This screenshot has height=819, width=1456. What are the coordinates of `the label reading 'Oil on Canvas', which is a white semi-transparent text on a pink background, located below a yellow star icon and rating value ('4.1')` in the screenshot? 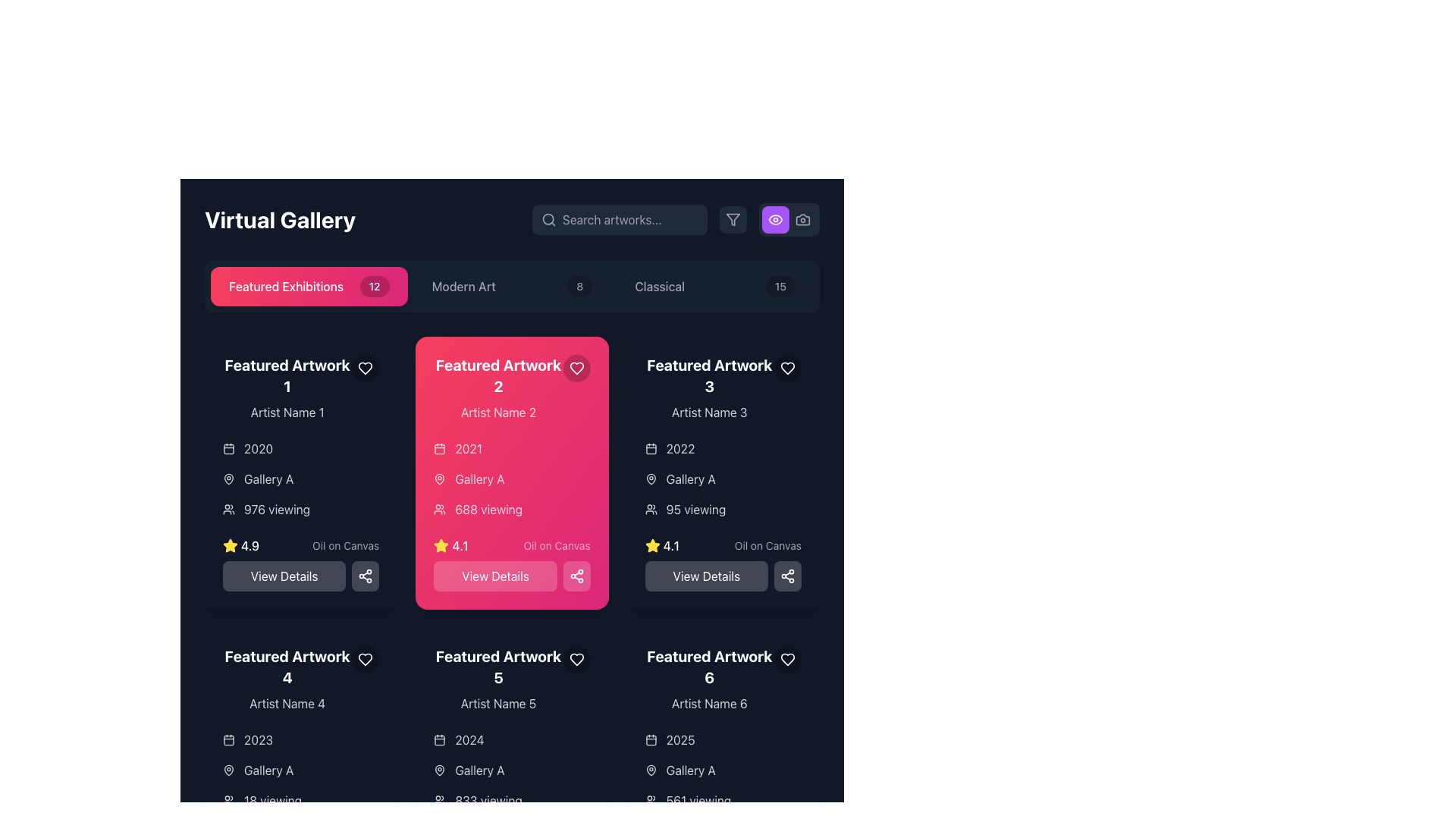 It's located at (556, 546).